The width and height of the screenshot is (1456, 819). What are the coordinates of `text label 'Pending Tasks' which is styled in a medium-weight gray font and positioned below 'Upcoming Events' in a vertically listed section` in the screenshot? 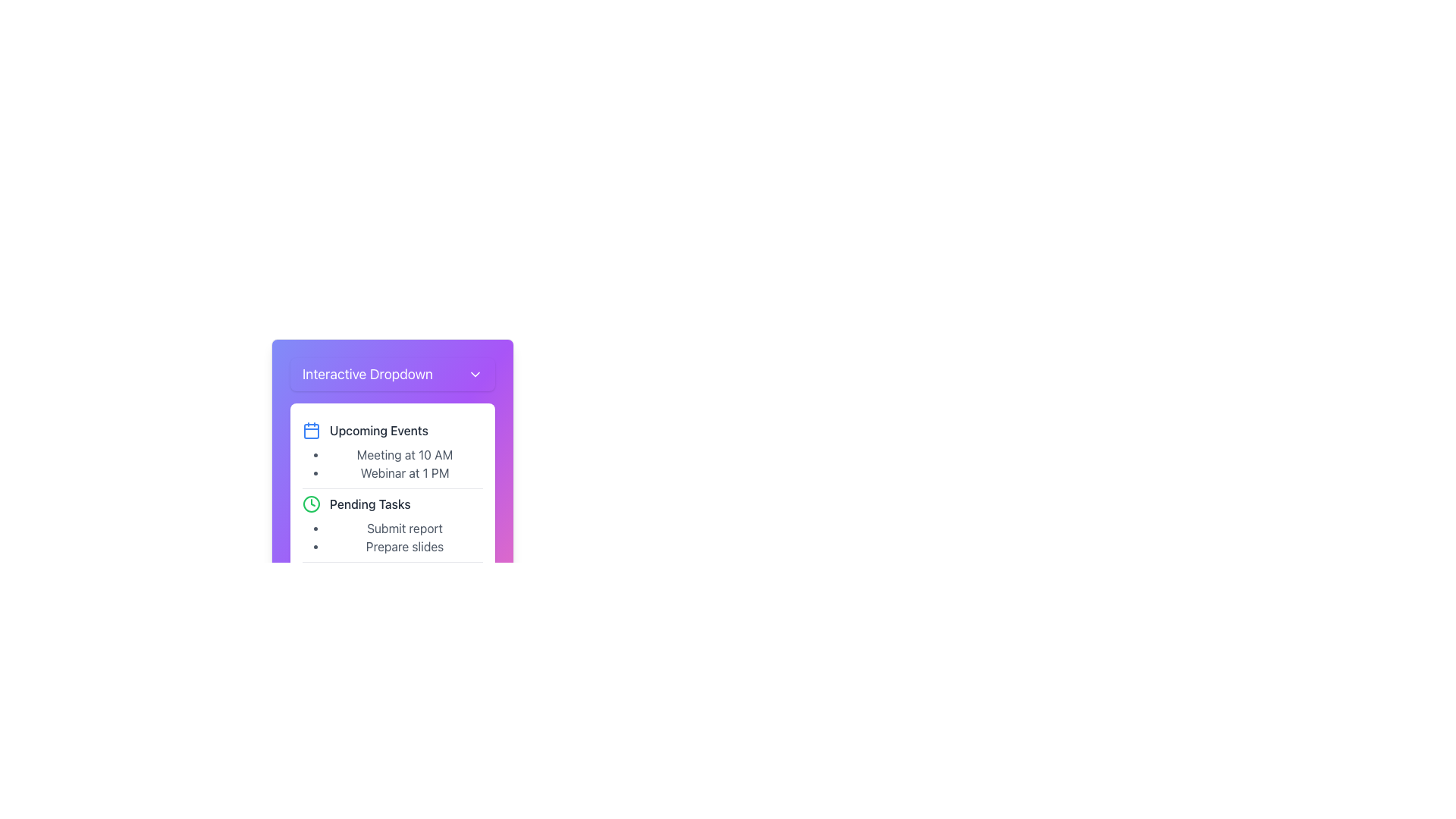 It's located at (370, 504).